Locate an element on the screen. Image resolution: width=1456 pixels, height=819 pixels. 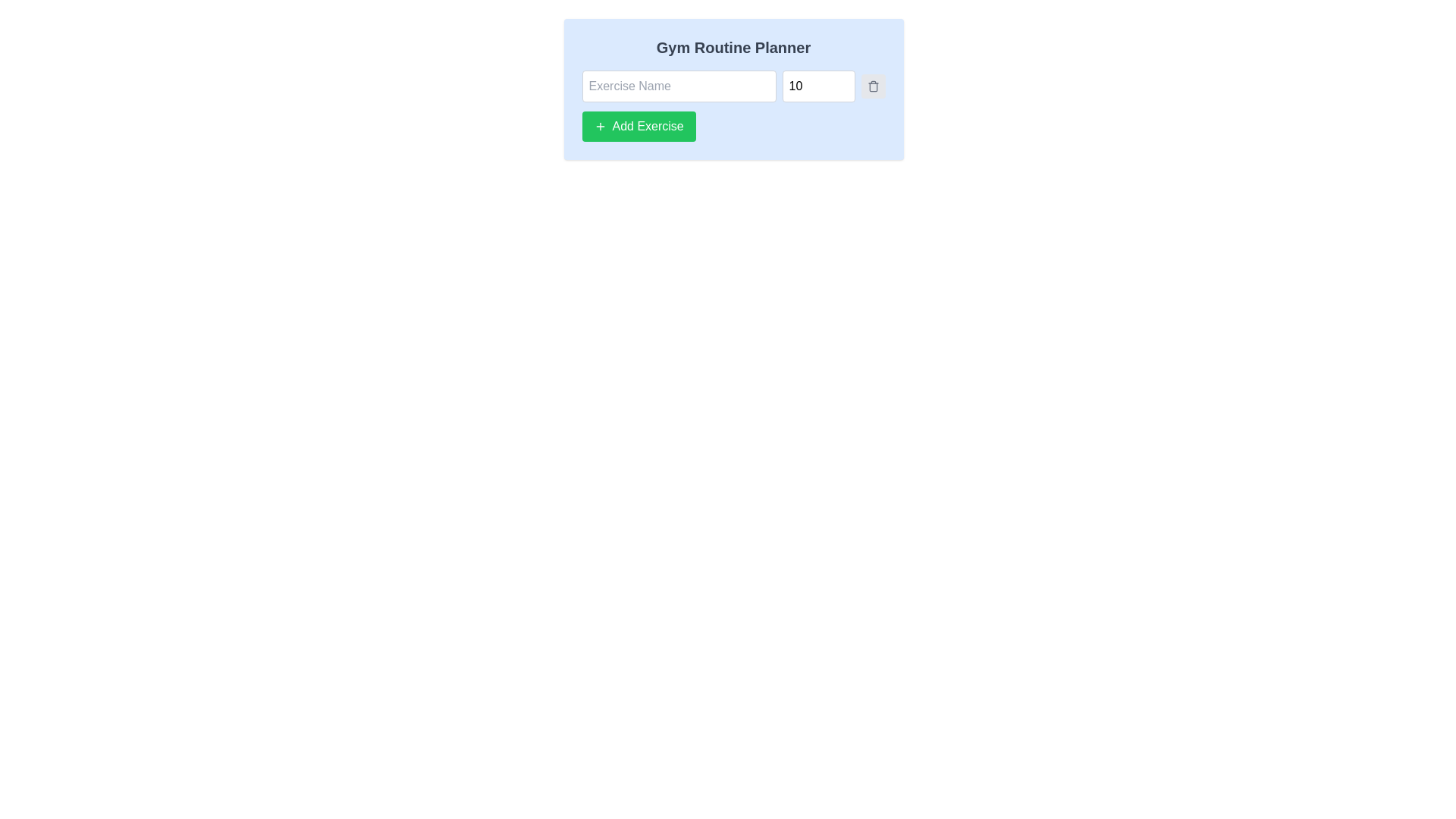
the small plus icon located within the 'Add Exercise' green button, which is characterized by two intersecting lines forming a cross is located at coordinates (599, 125).